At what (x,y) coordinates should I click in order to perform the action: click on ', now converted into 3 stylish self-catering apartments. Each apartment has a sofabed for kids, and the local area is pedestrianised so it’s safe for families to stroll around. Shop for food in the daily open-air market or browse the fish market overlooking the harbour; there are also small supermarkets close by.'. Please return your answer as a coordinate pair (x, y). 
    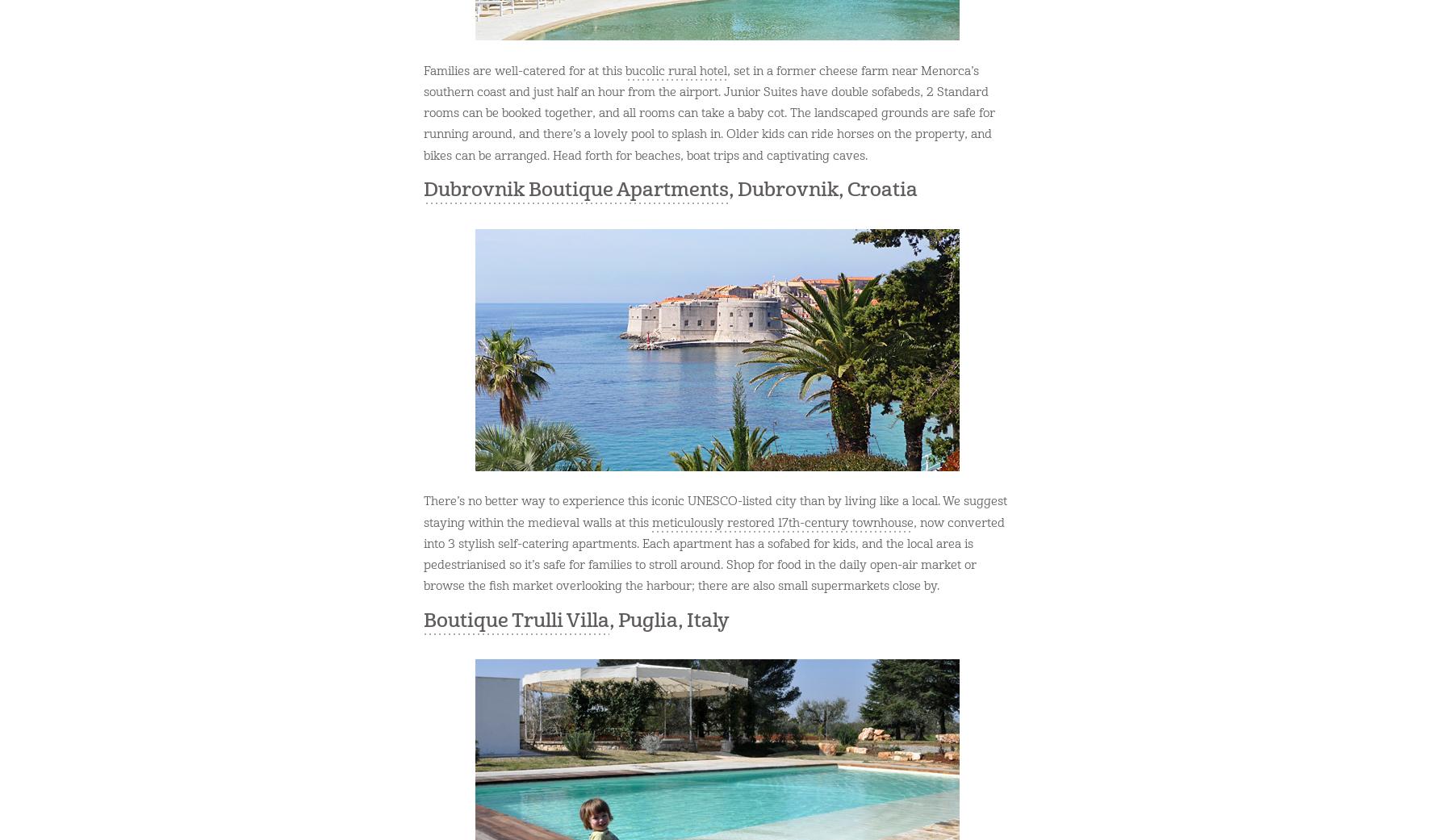
    Looking at the image, I should click on (424, 553).